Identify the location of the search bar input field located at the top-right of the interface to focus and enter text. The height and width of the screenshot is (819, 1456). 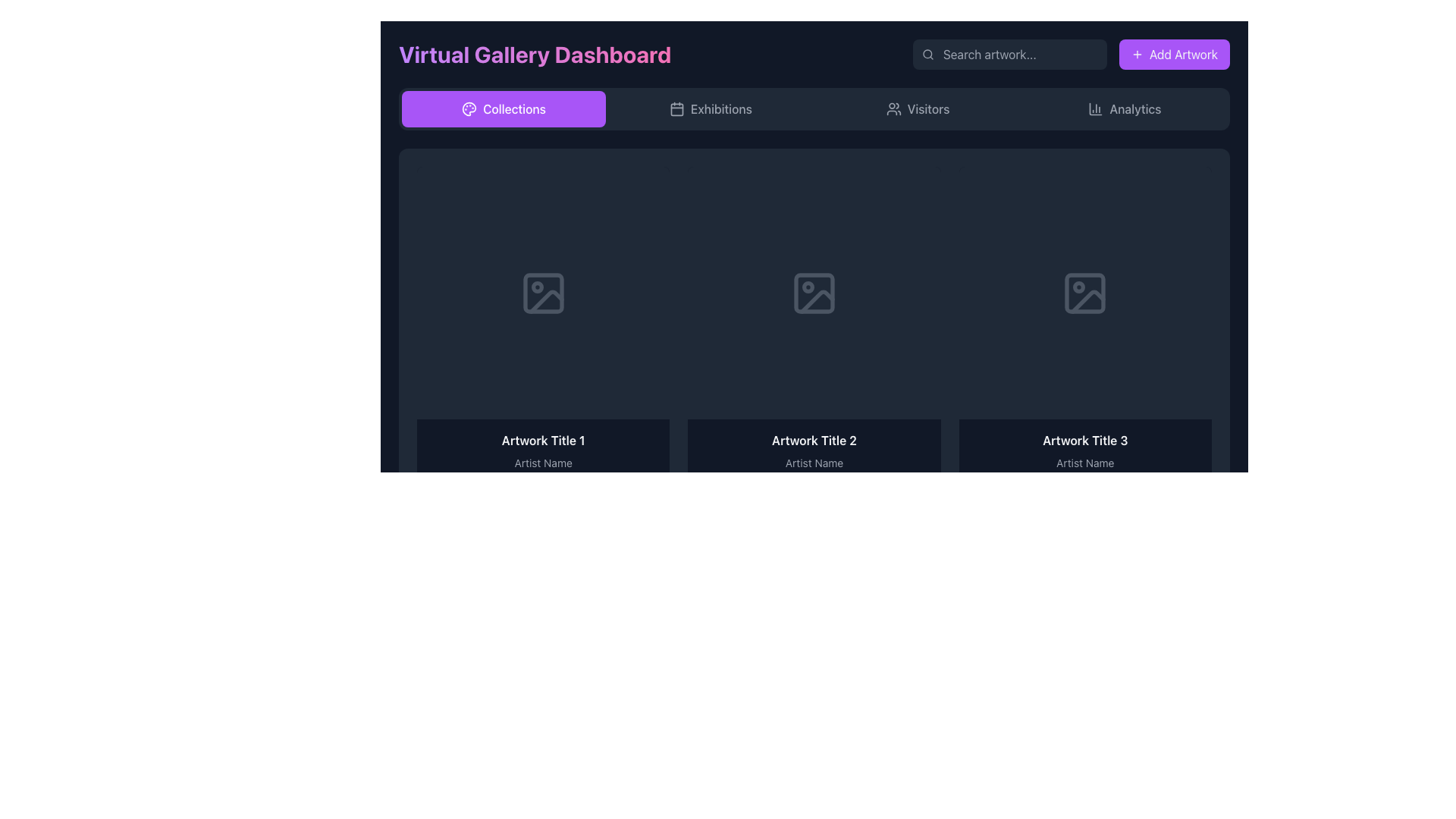
(1009, 54).